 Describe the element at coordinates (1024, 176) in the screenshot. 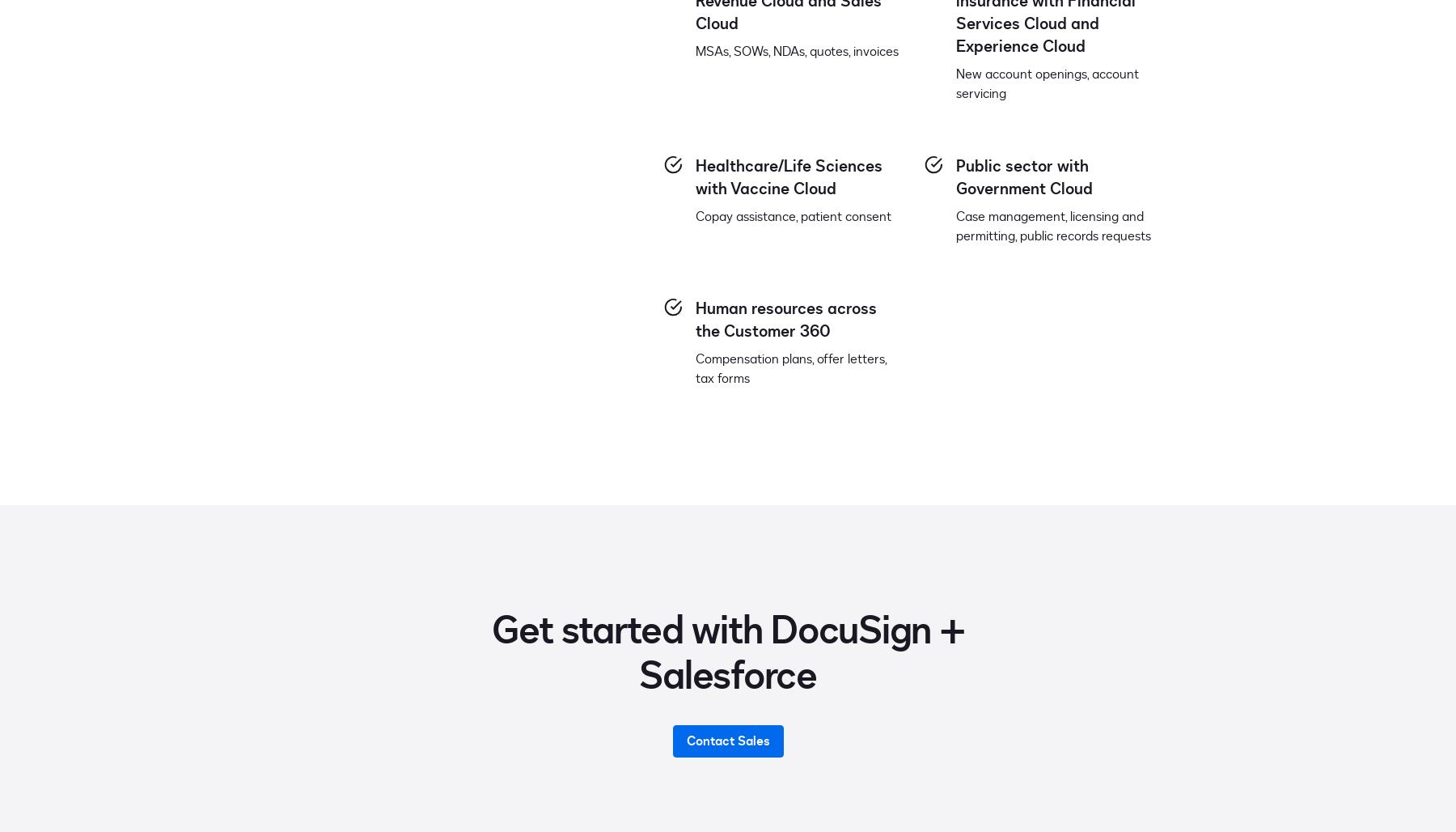

I see `'Public sector with Government Cloud'` at that location.